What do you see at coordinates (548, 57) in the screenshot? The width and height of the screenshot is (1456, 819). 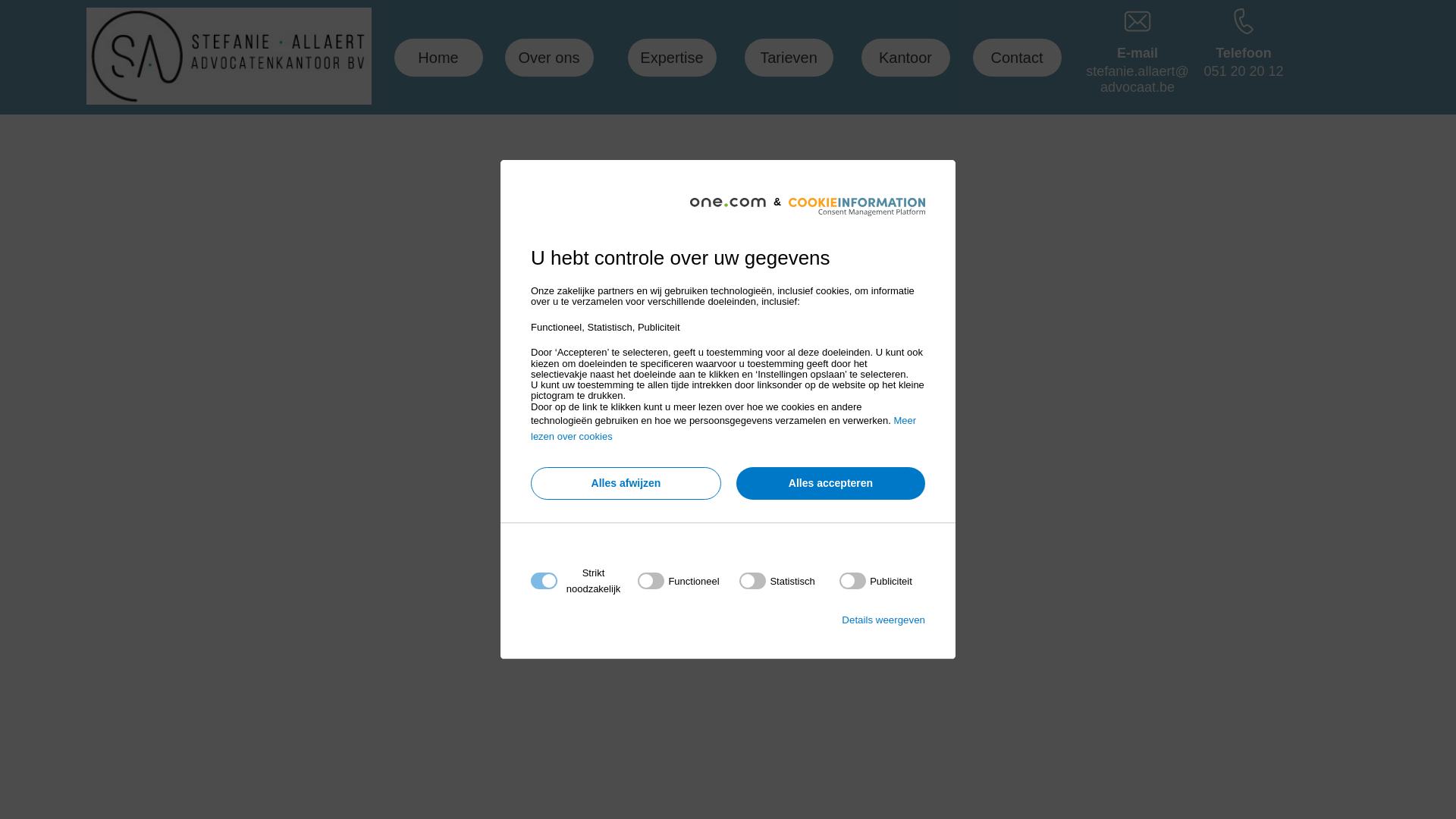 I see `'Over ons'` at bounding box center [548, 57].